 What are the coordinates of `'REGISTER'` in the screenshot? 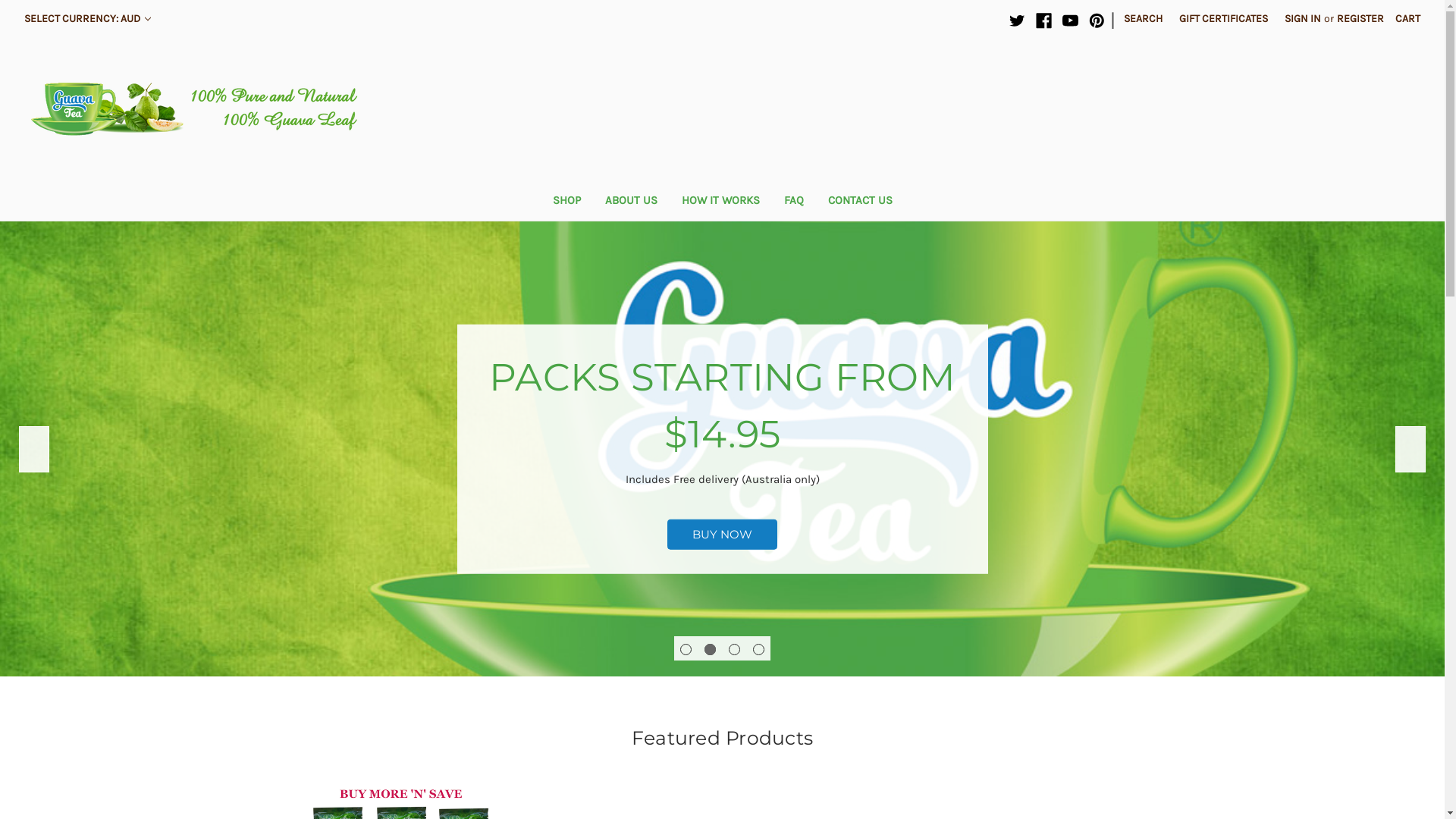 It's located at (1360, 18).